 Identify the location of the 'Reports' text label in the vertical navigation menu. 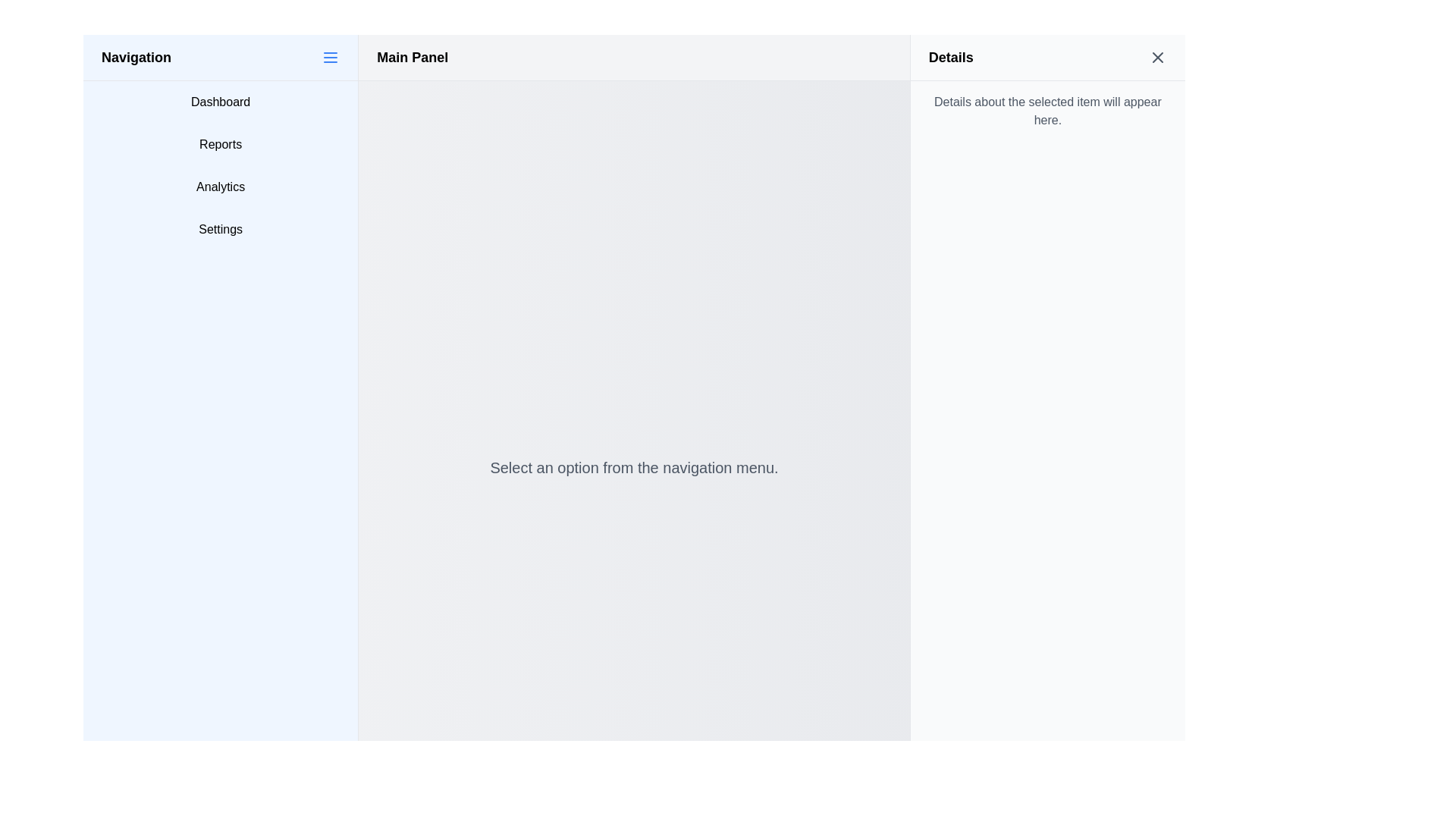
(220, 145).